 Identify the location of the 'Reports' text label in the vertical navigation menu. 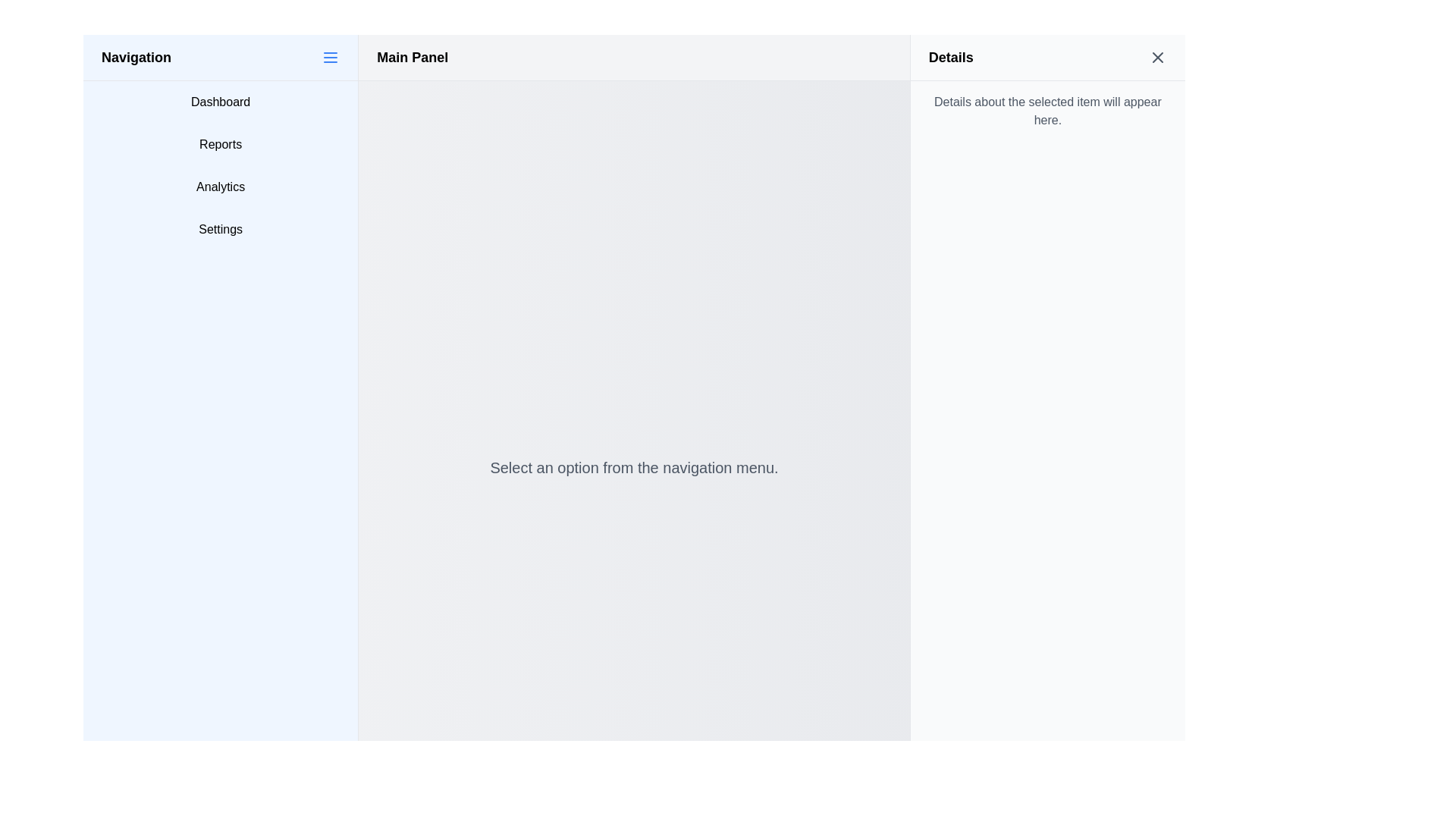
(220, 145).